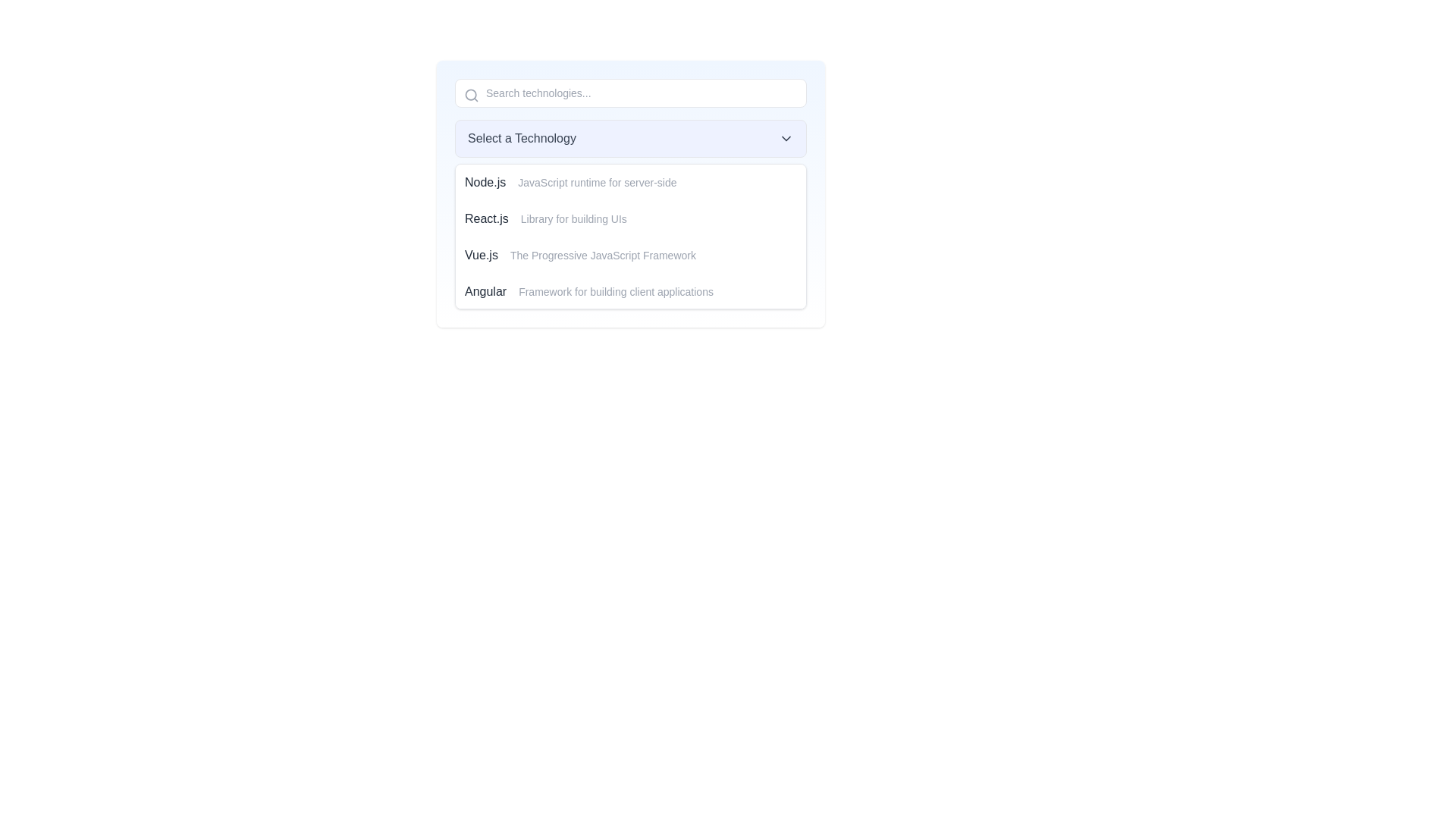 The height and width of the screenshot is (819, 1456). I want to click on the text label displaying 'Framework for building client applications', which is styled in light gray and positioned to the right of the 'Angular' label, so click(616, 292).